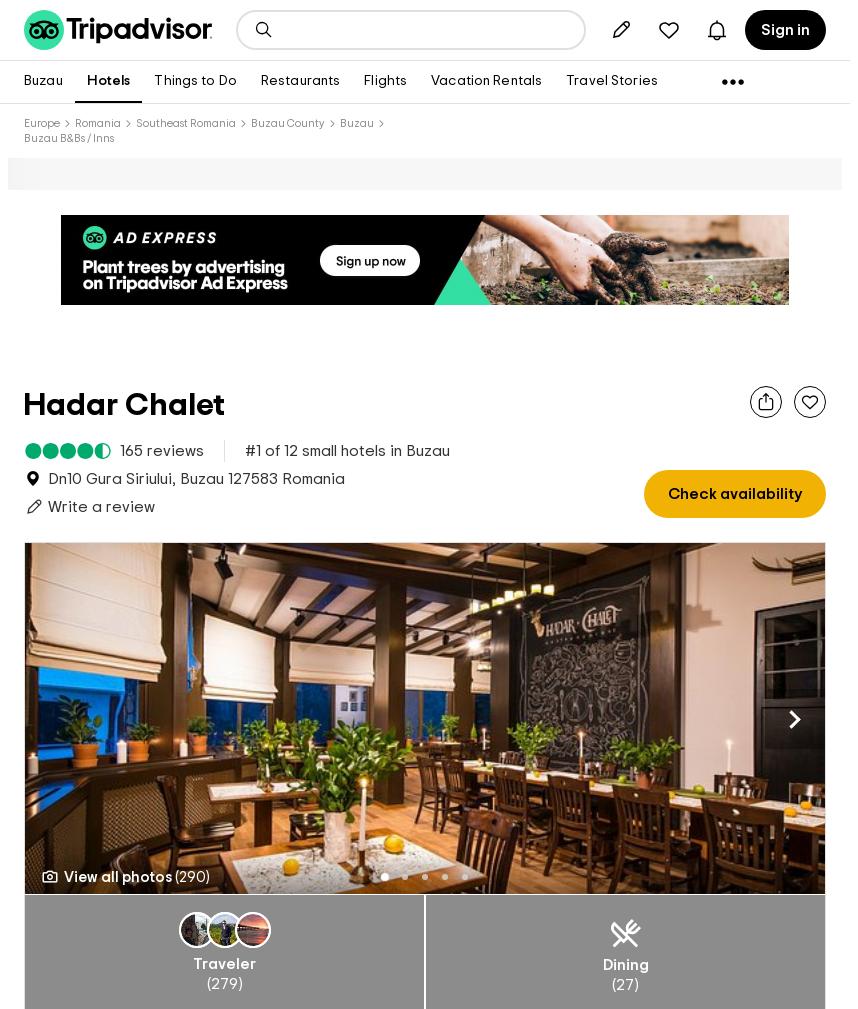 The width and height of the screenshot is (858, 1009). Describe the element at coordinates (42, 122) in the screenshot. I see `'Europe'` at that location.